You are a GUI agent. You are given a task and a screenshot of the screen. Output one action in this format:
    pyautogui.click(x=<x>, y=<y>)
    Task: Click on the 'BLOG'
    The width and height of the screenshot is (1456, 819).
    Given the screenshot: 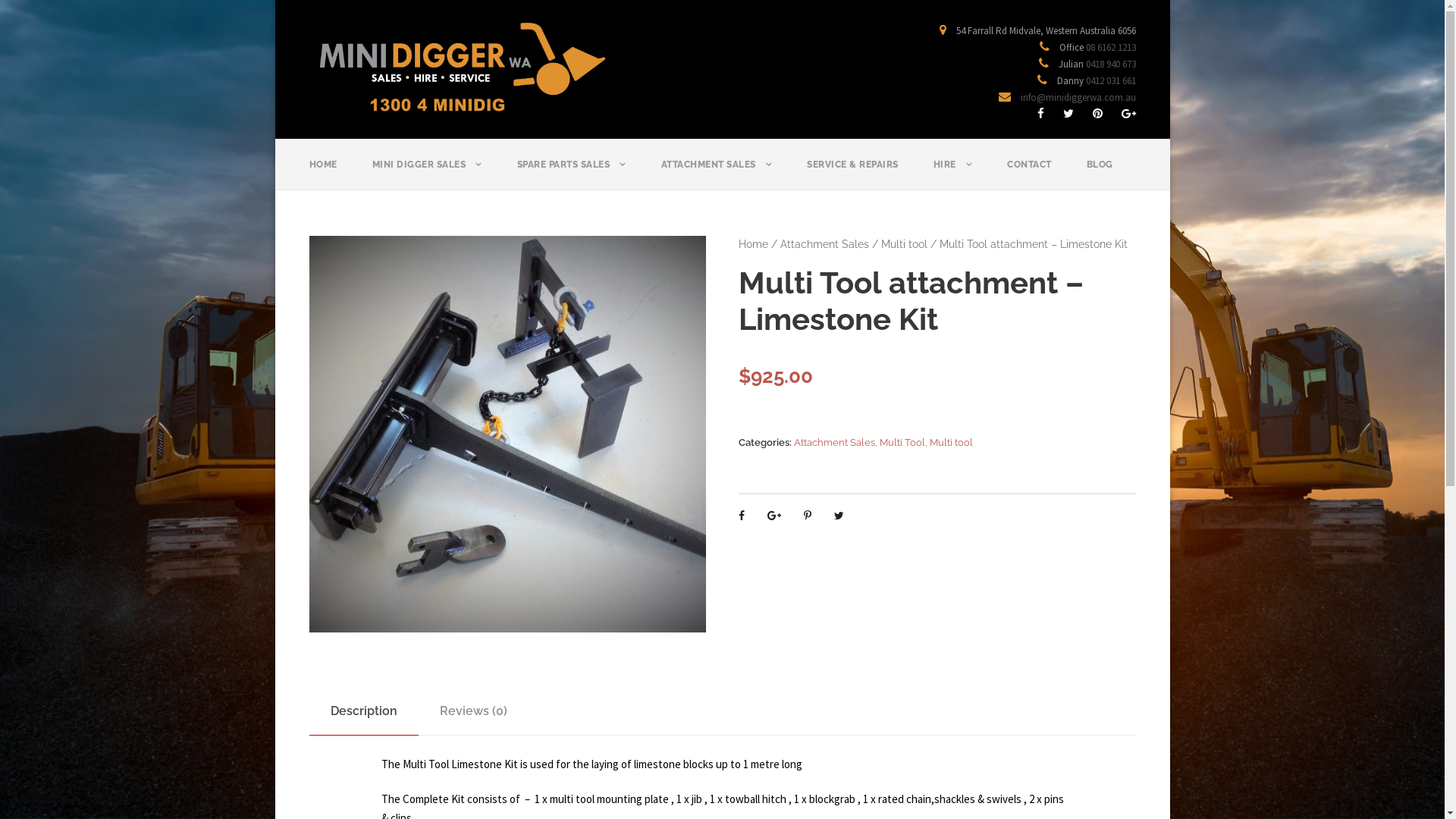 What is the action you would take?
    pyautogui.click(x=1099, y=172)
    